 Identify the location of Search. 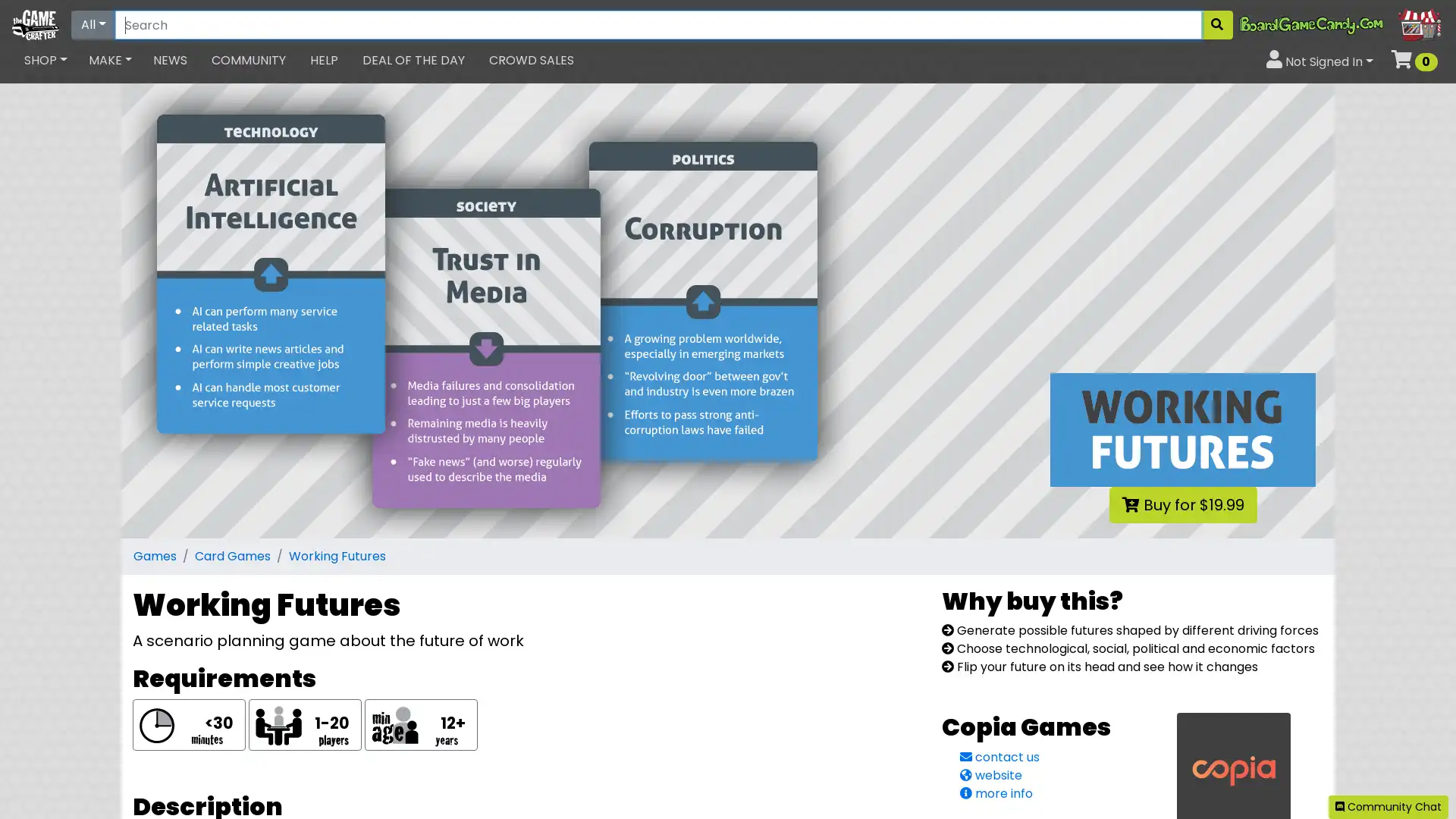
(1216, 25).